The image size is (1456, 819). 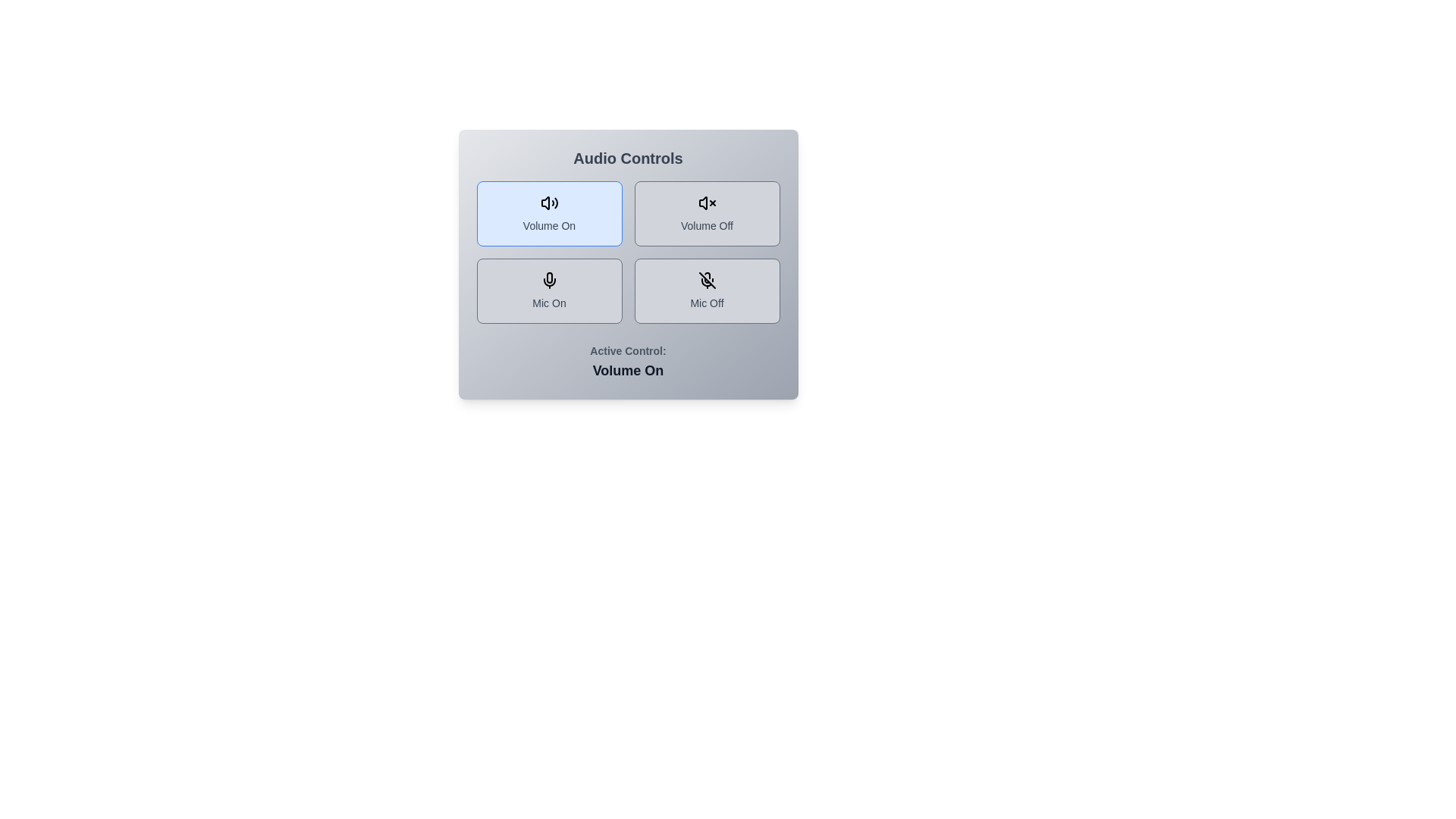 I want to click on the control option Mic Off by clicking its corresponding button, so click(x=706, y=291).